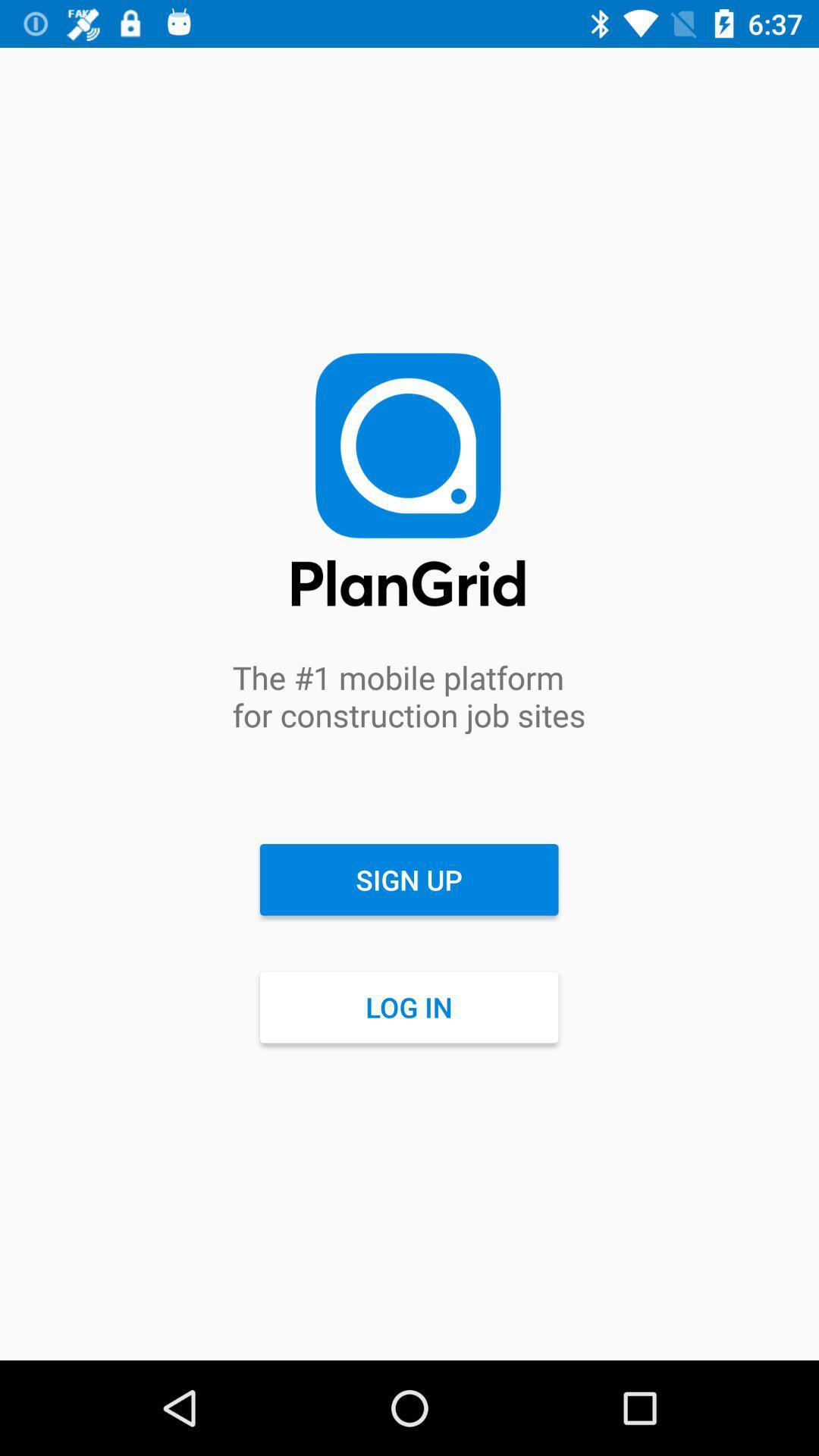 This screenshot has width=819, height=1456. Describe the element at coordinates (408, 880) in the screenshot. I see `item below the the 1 mobile` at that location.